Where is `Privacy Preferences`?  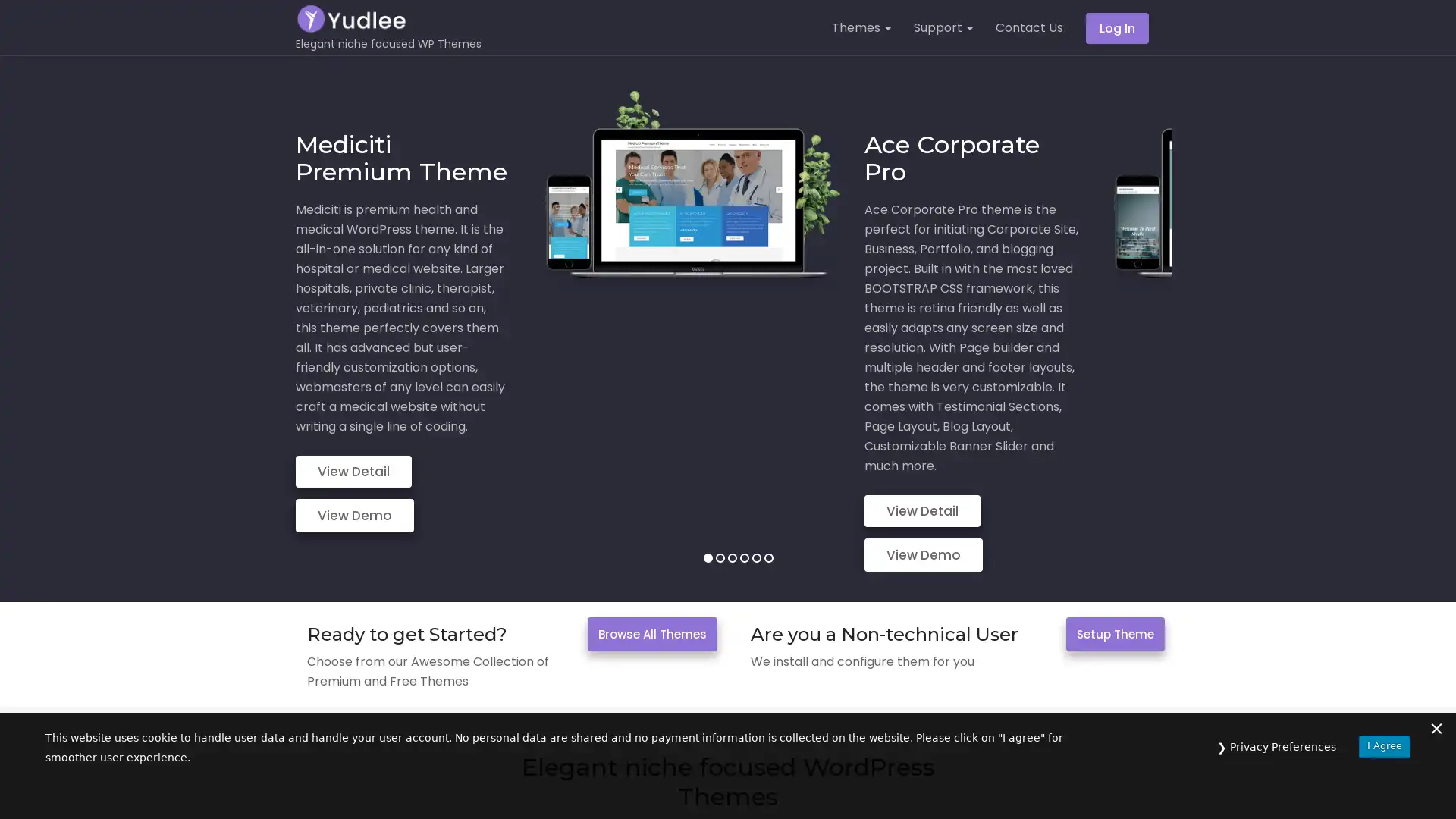
Privacy Preferences is located at coordinates (1282, 783).